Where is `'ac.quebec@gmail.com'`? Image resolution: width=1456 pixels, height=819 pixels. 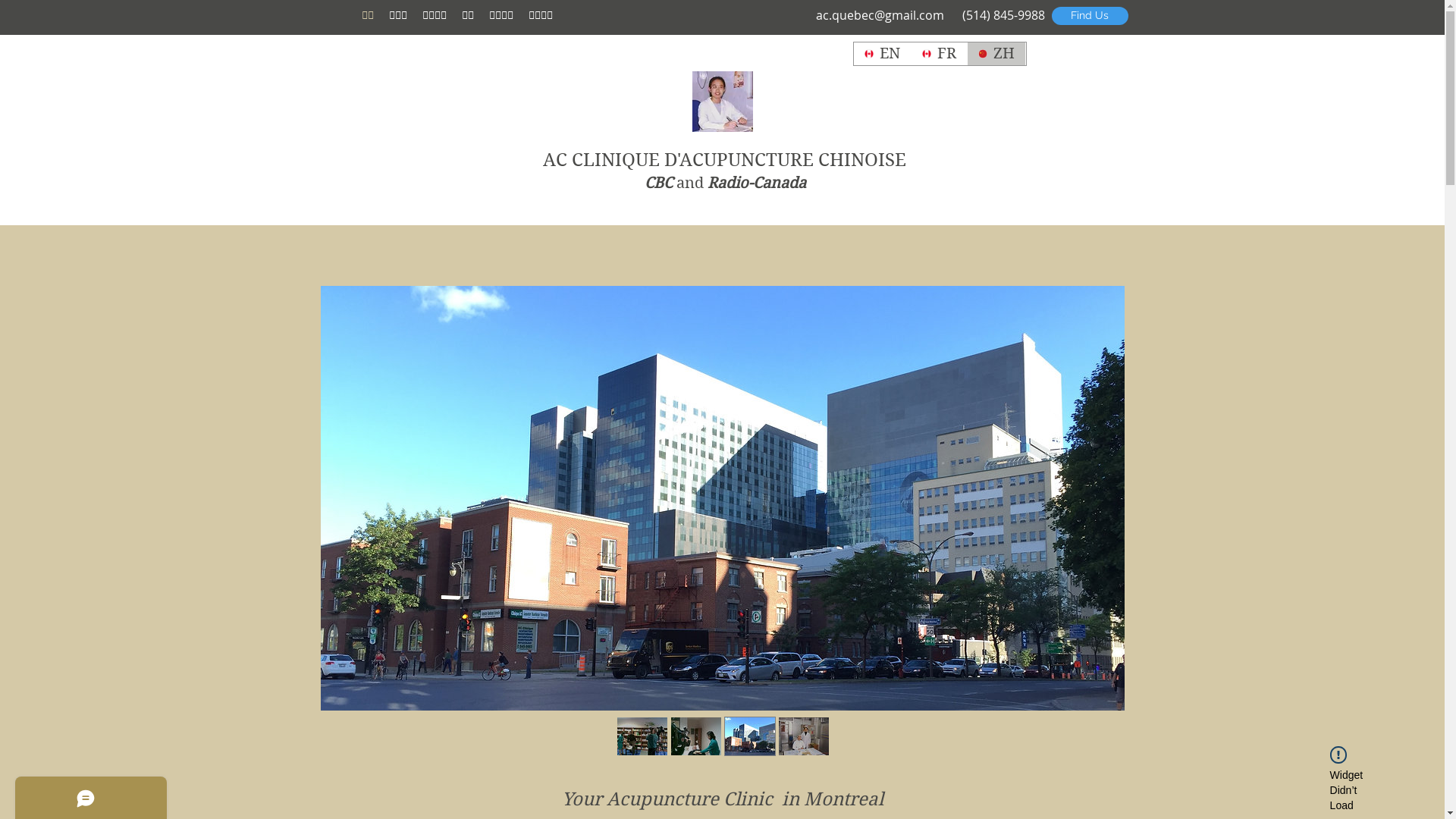
'ac.quebec@gmail.com' is located at coordinates (880, 14).